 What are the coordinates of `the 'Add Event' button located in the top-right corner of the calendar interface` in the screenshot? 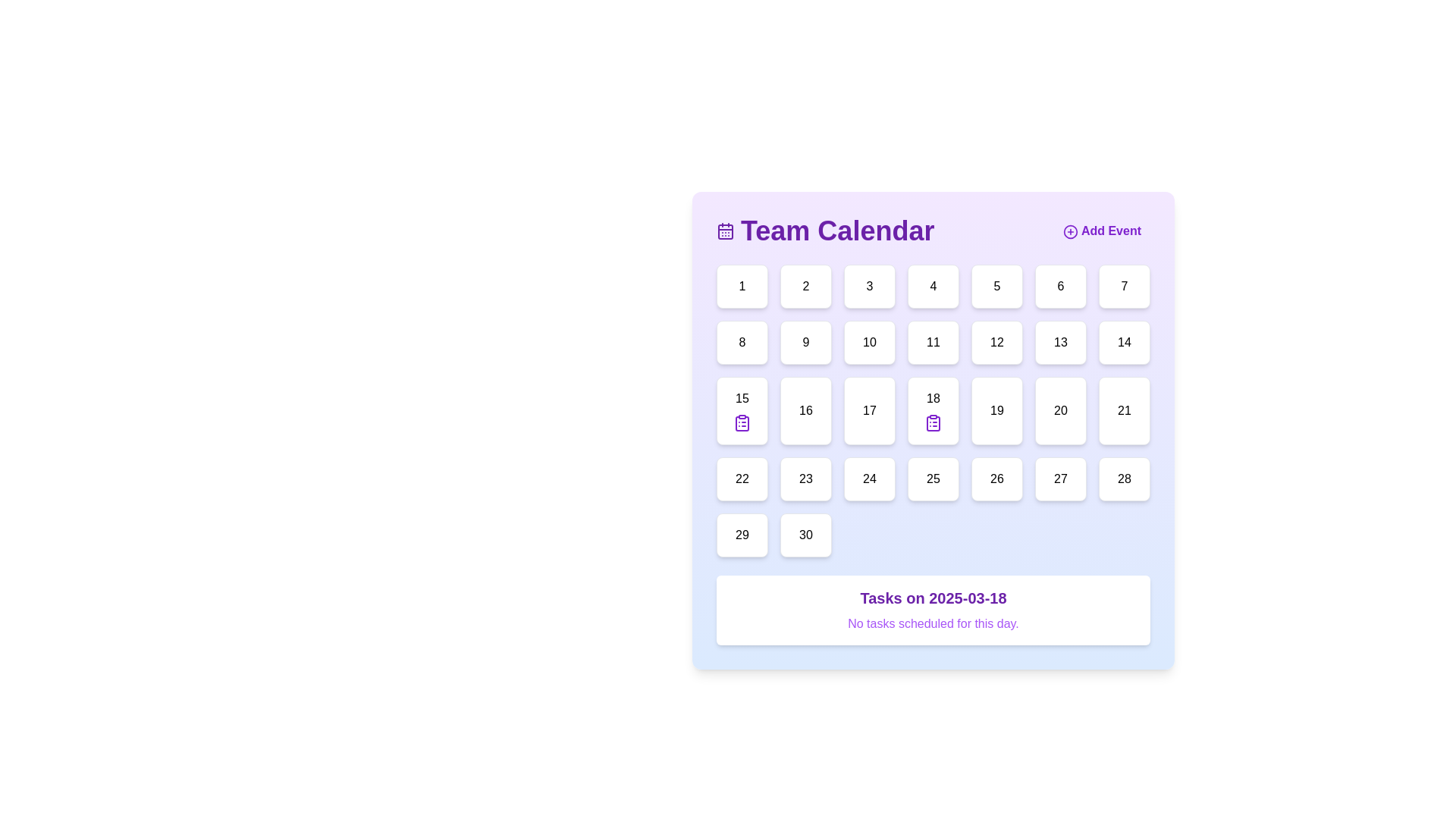 It's located at (1102, 231).